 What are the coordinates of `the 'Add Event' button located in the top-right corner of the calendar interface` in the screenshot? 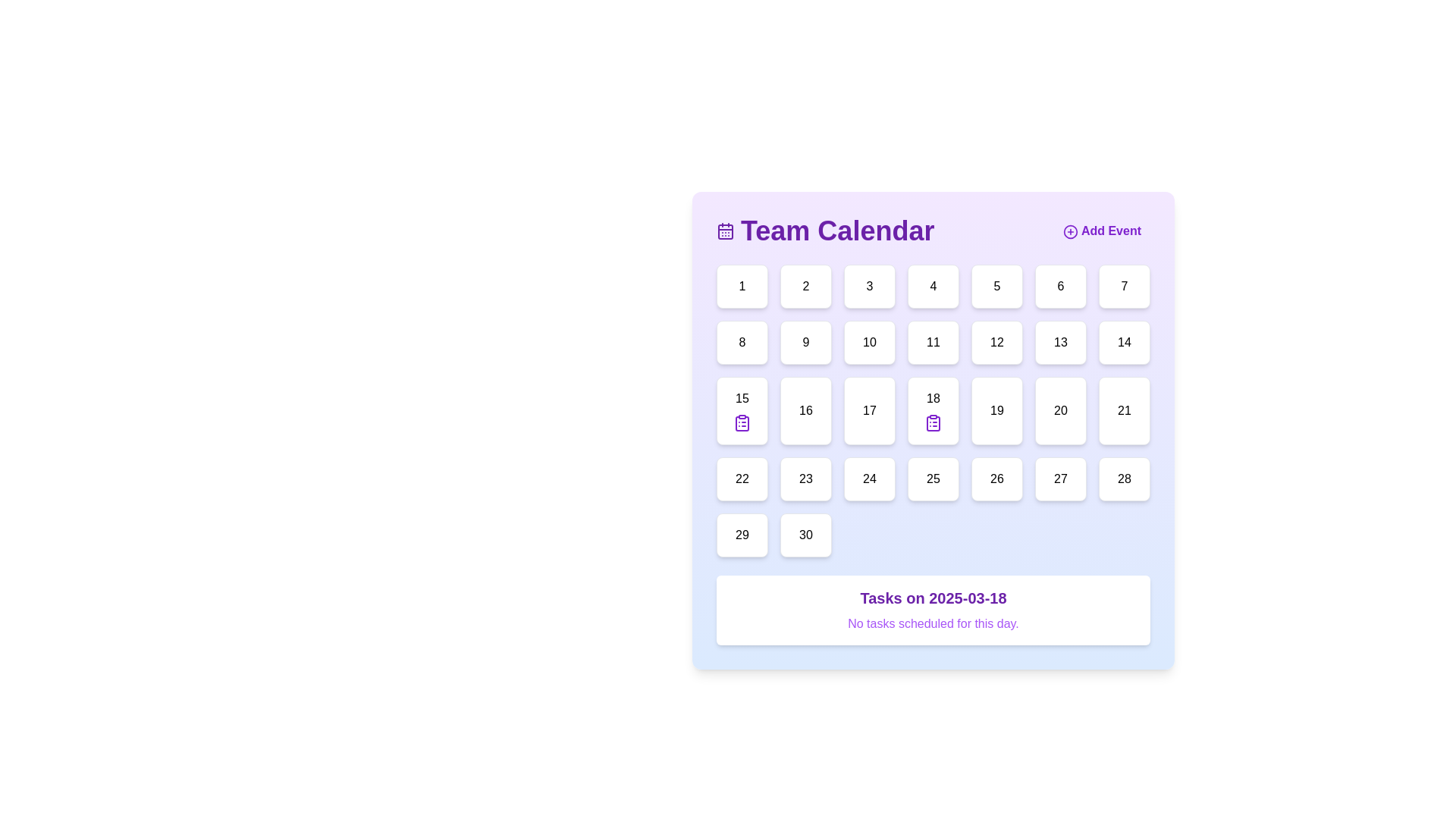 It's located at (1102, 231).